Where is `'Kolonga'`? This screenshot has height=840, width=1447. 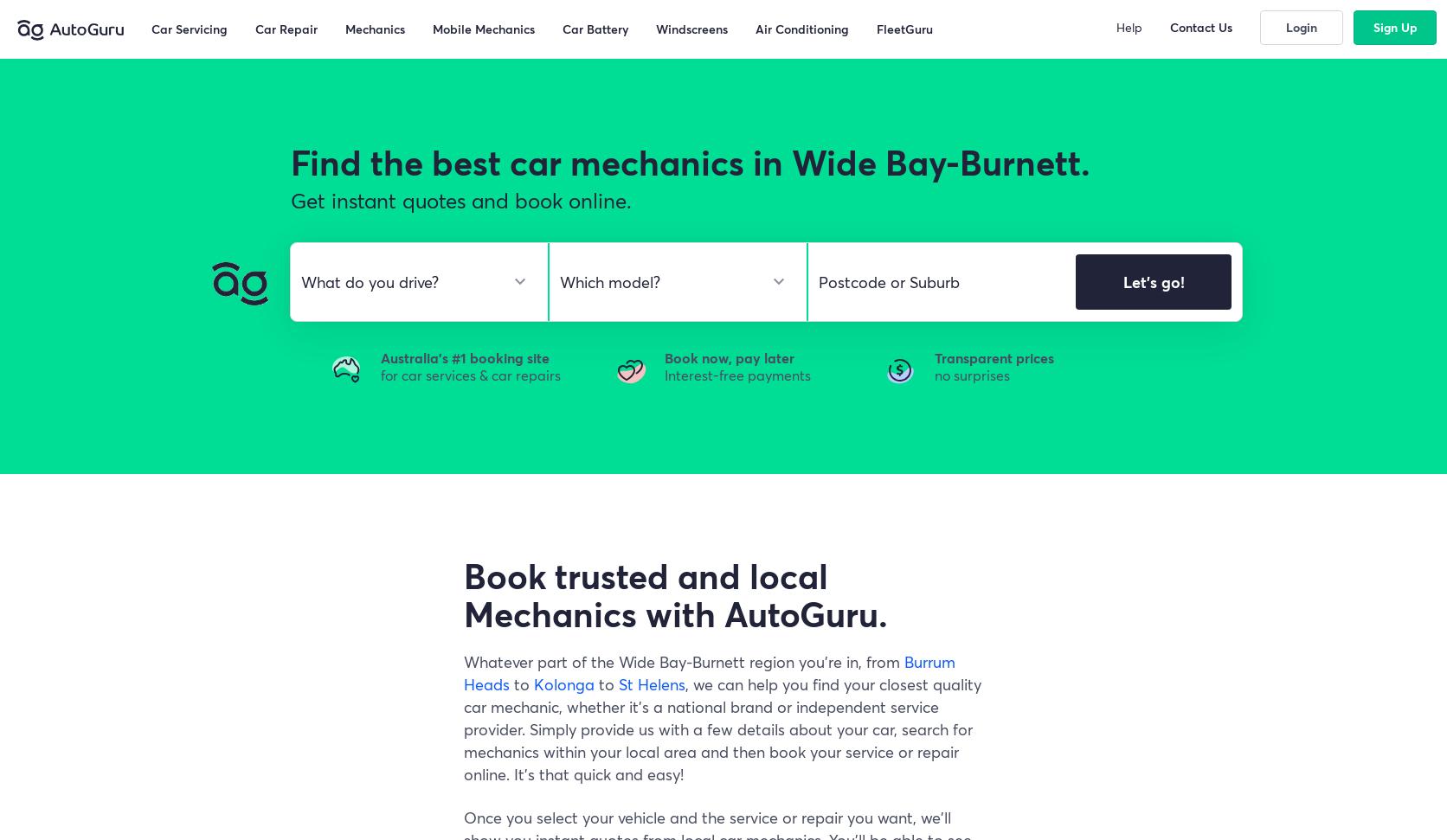
'Kolonga' is located at coordinates (564, 683).